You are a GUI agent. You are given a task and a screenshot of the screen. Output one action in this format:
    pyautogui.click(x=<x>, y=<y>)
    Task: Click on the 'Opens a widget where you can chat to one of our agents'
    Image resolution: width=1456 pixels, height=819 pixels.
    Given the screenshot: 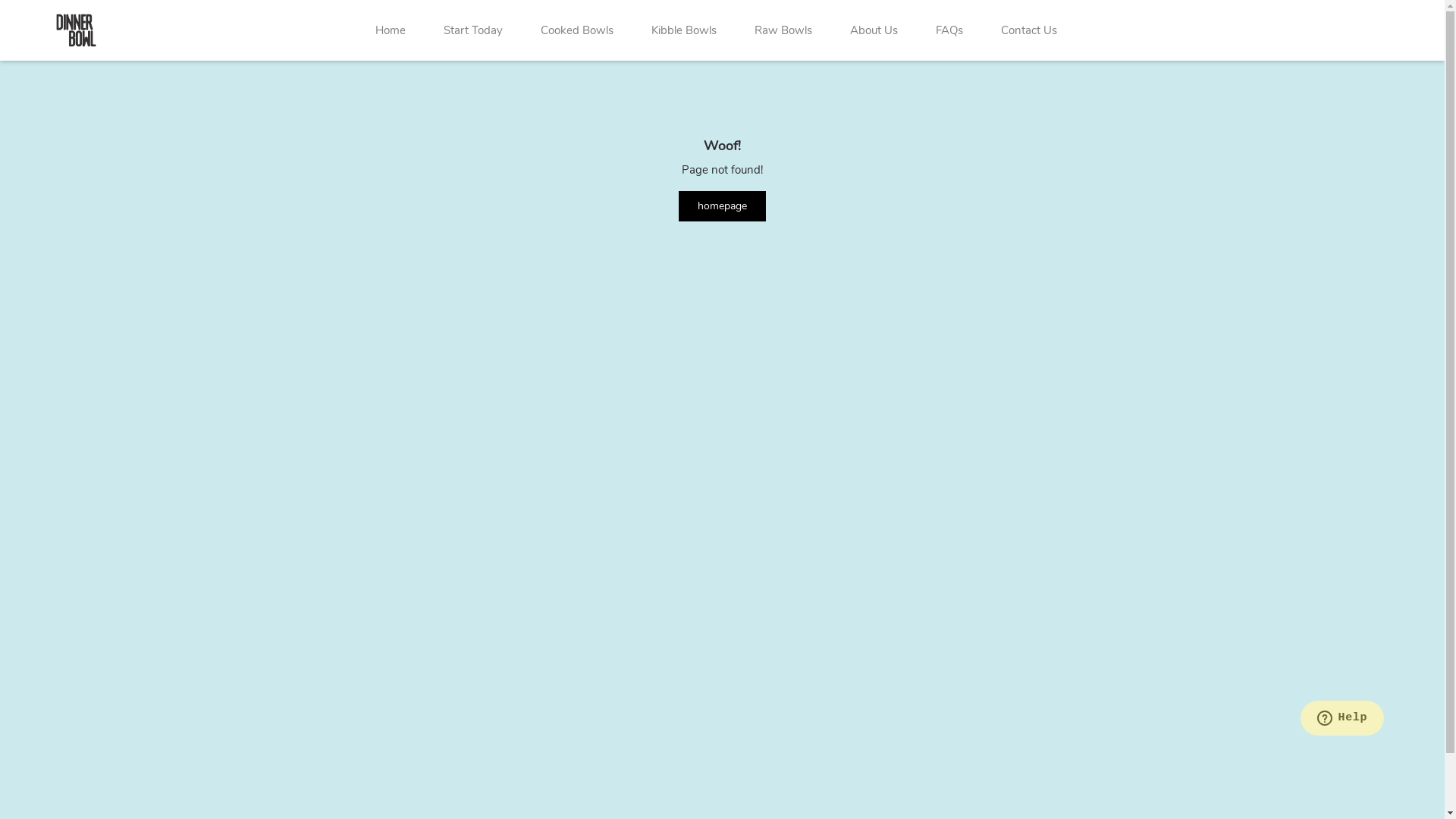 What is the action you would take?
    pyautogui.click(x=1341, y=718)
    